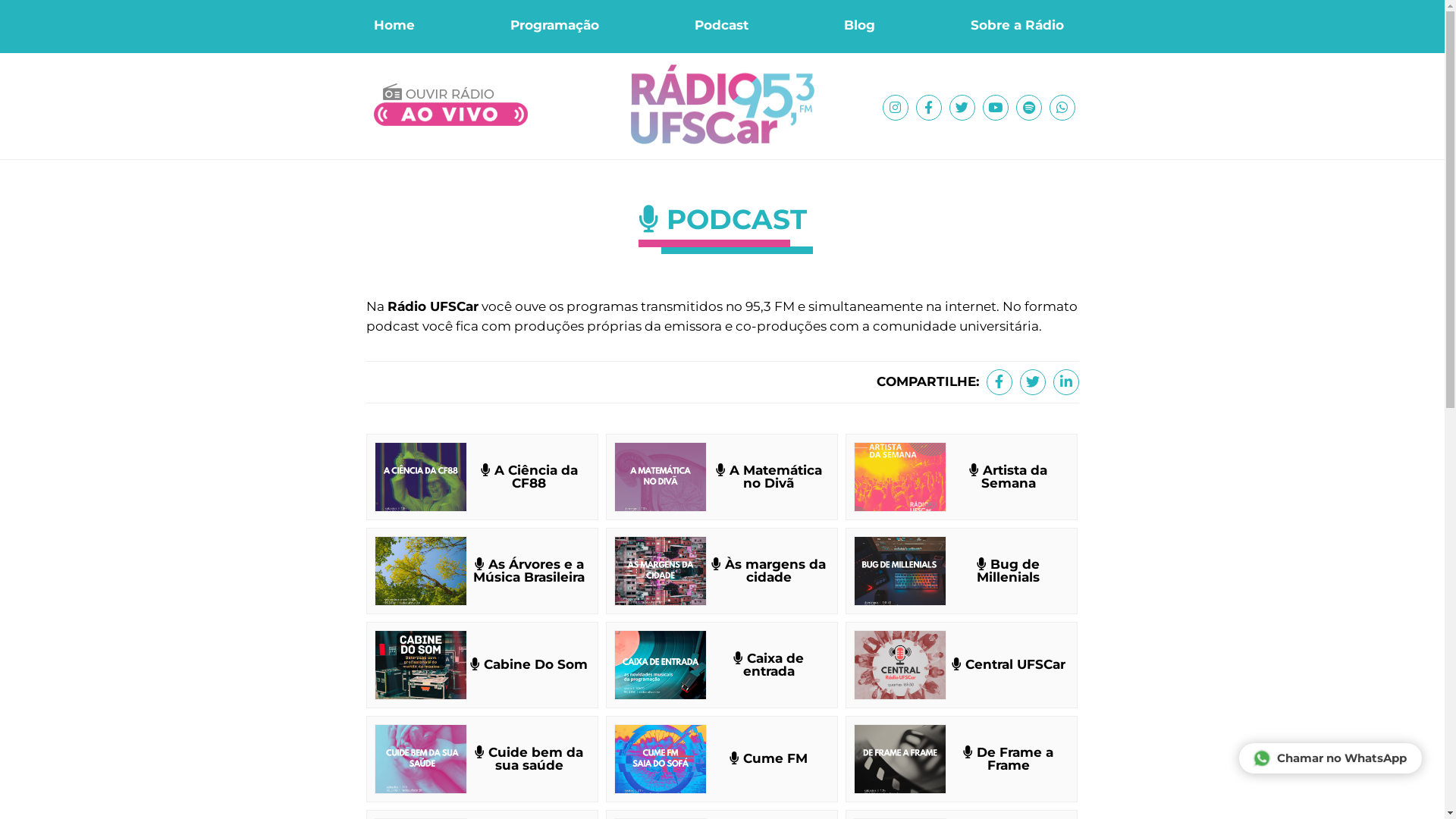 Image resolution: width=1456 pixels, height=819 pixels. I want to click on 'Bug de Millenials', so click(960, 570).